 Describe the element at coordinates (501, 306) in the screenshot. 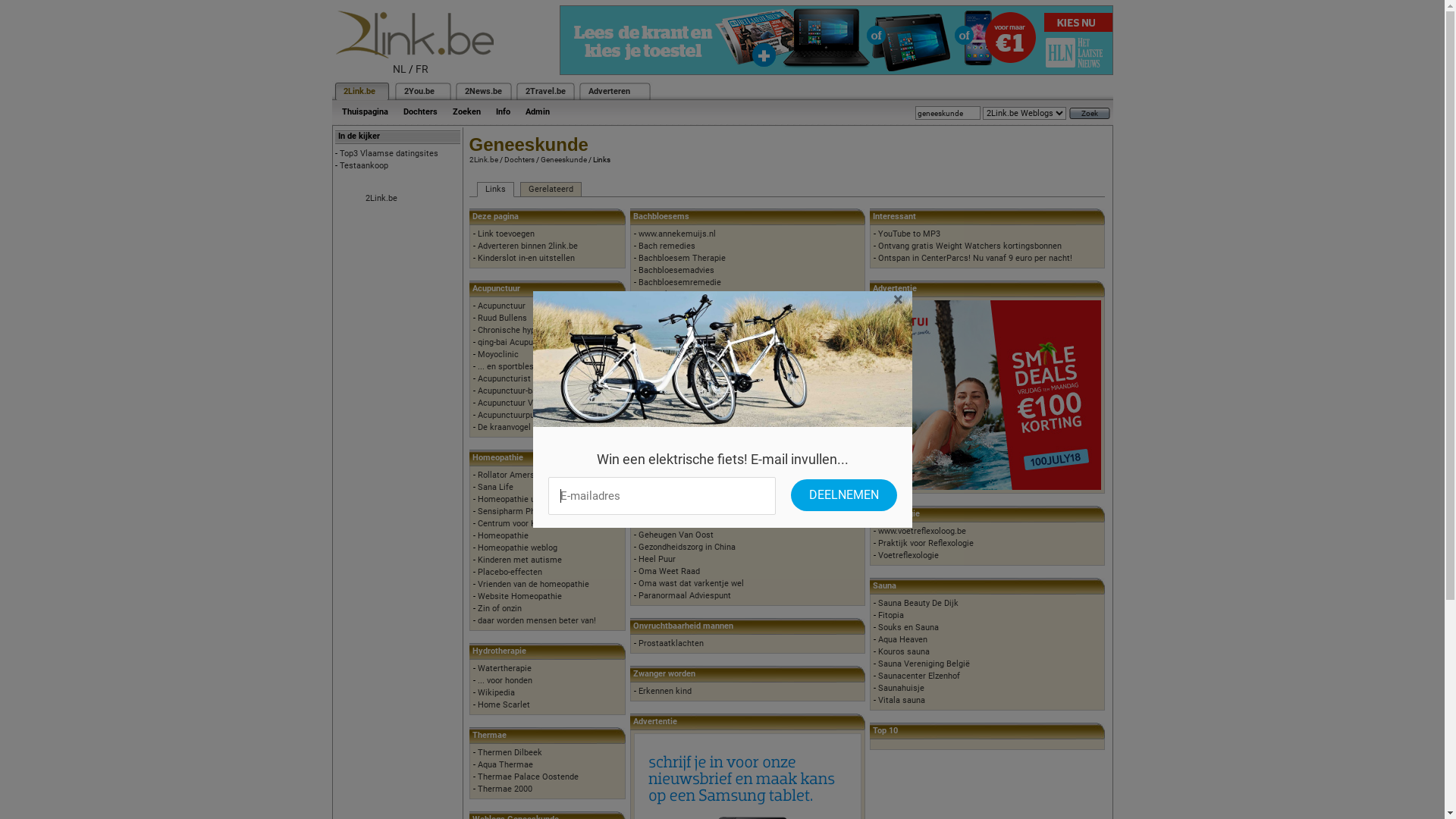

I see `'Acupunctuur'` at that location.